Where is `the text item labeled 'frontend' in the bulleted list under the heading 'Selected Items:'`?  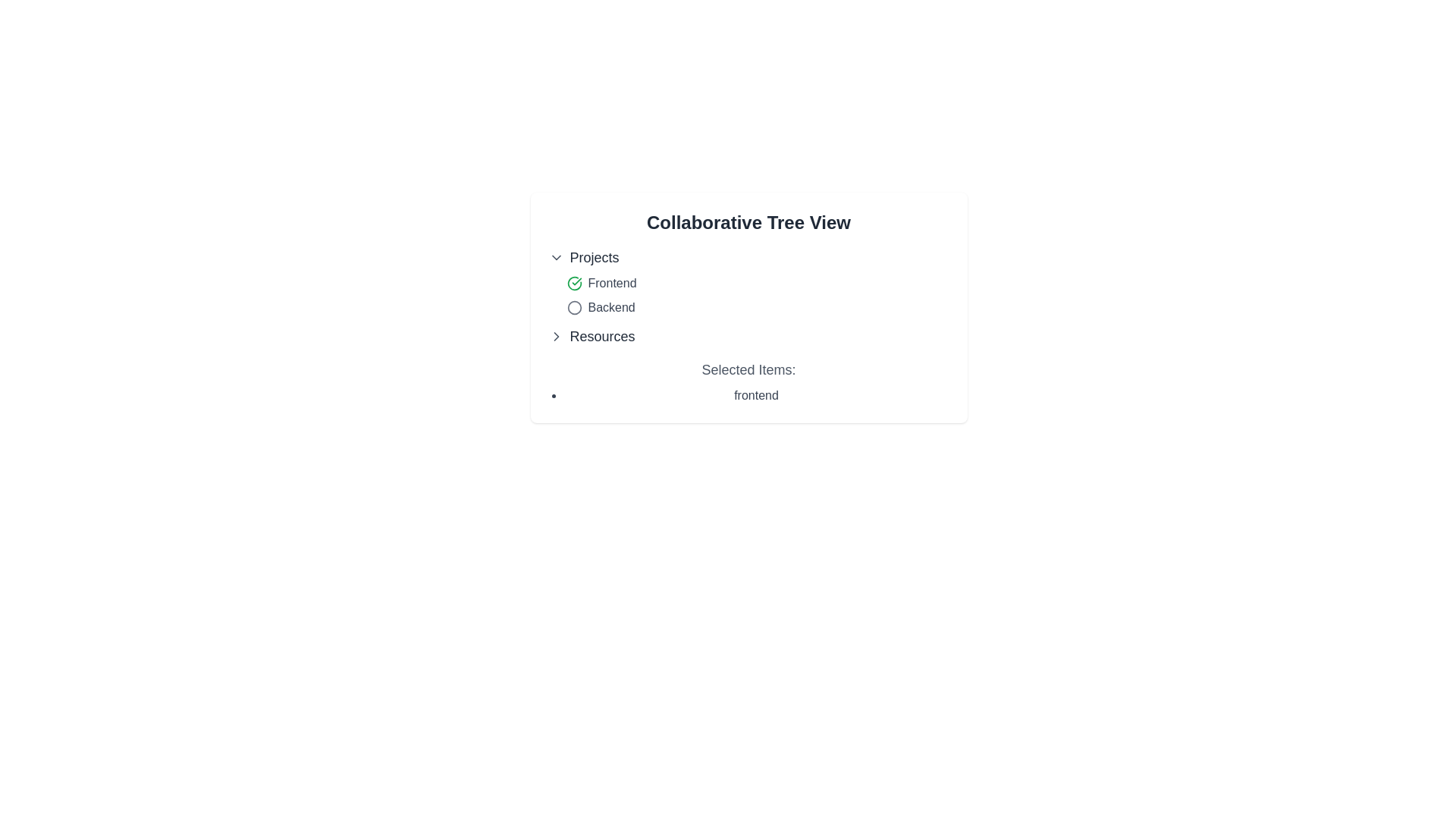
the text item labeled 'frontend' in the bulleted list under the heading 'Selected Items:' is located at coordinates (756, 394).